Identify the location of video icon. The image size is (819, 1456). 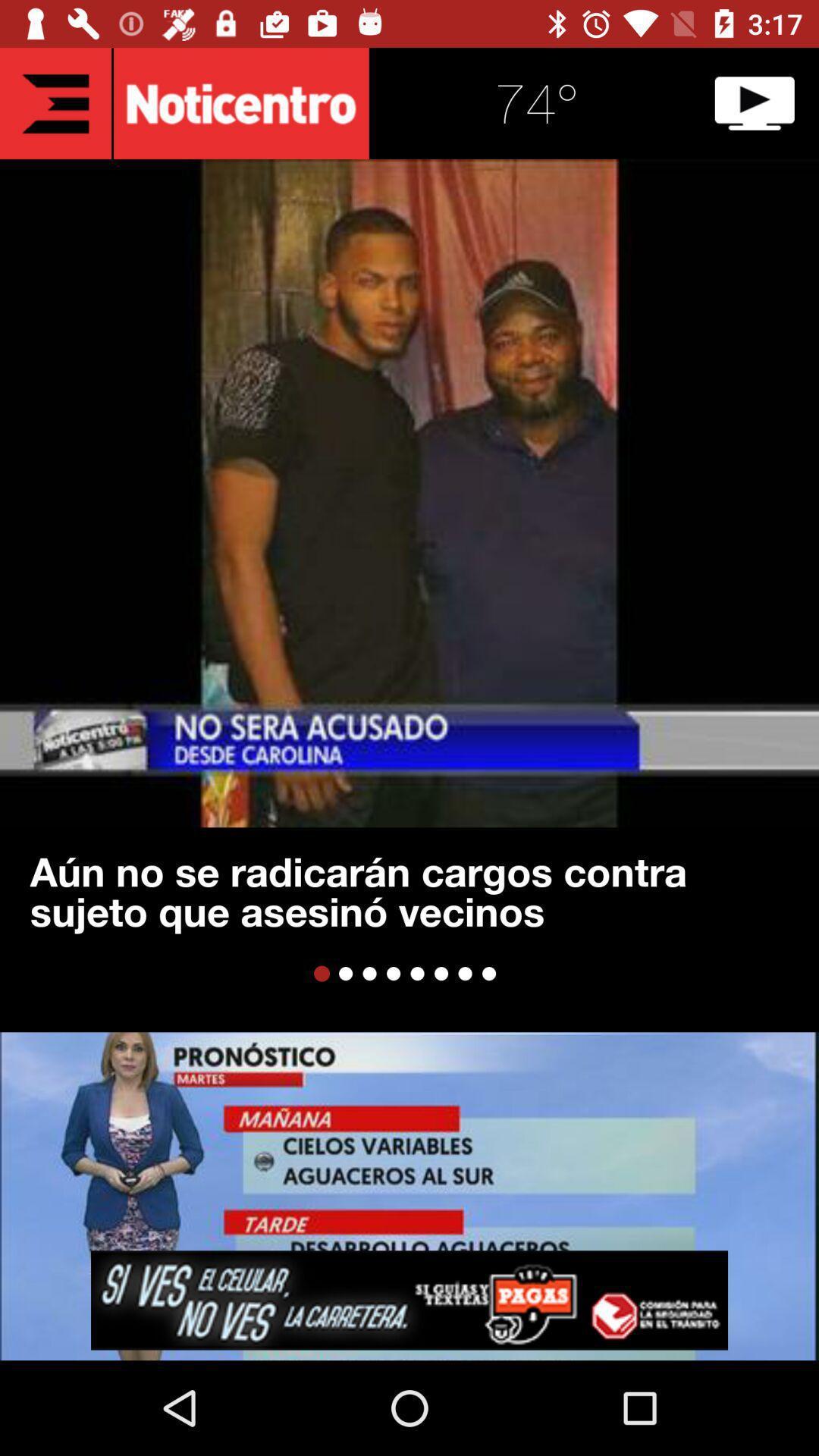
(755, 102).